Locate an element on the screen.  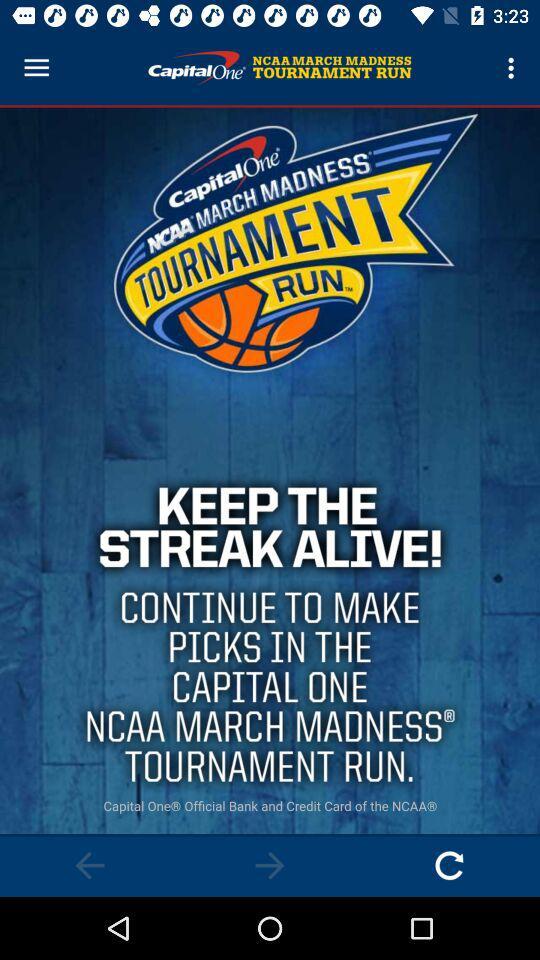
the arrow_forward icon is located at coordinates (270, 864).